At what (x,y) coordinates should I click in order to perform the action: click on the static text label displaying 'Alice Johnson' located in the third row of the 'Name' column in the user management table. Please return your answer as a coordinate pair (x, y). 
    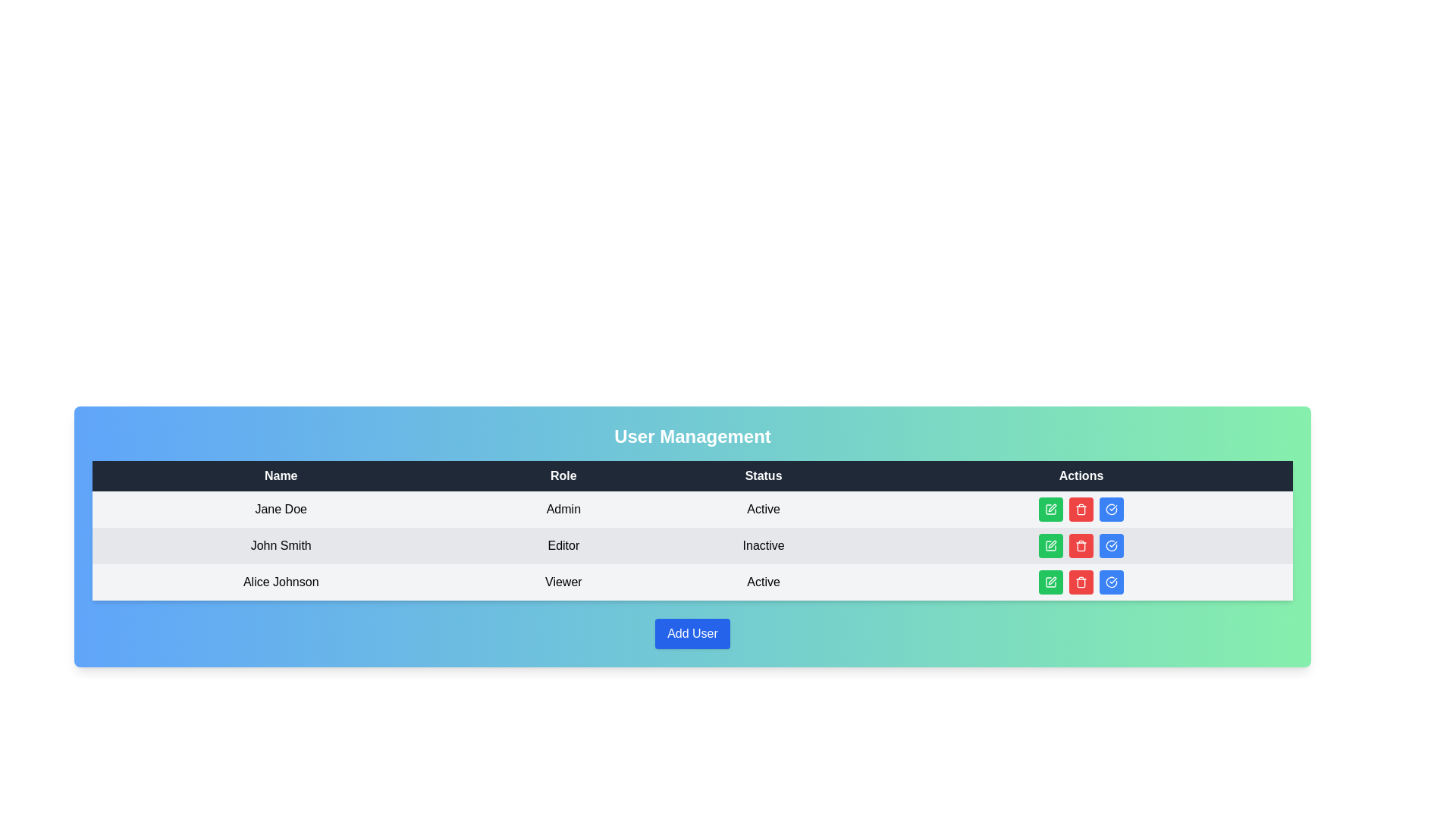
    Looking at the image, I should click on (281, 581).